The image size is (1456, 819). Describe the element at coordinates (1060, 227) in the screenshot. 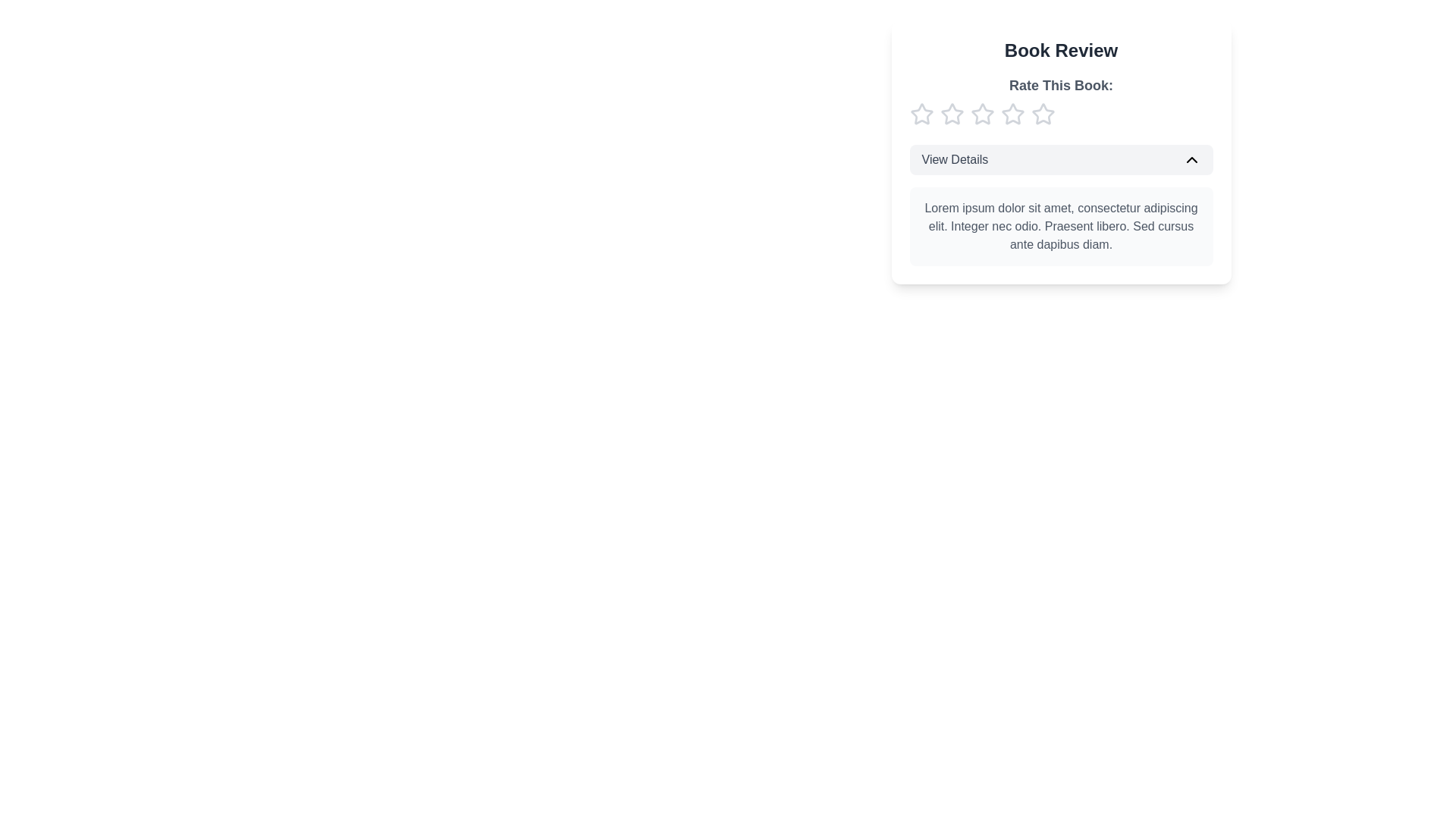

I see `the text block displaying lorem ipsum filler text, which is styled with a gray font color on a light gray background and is located beneath the 'View Details' button in the 'Book Review' section` at that location.